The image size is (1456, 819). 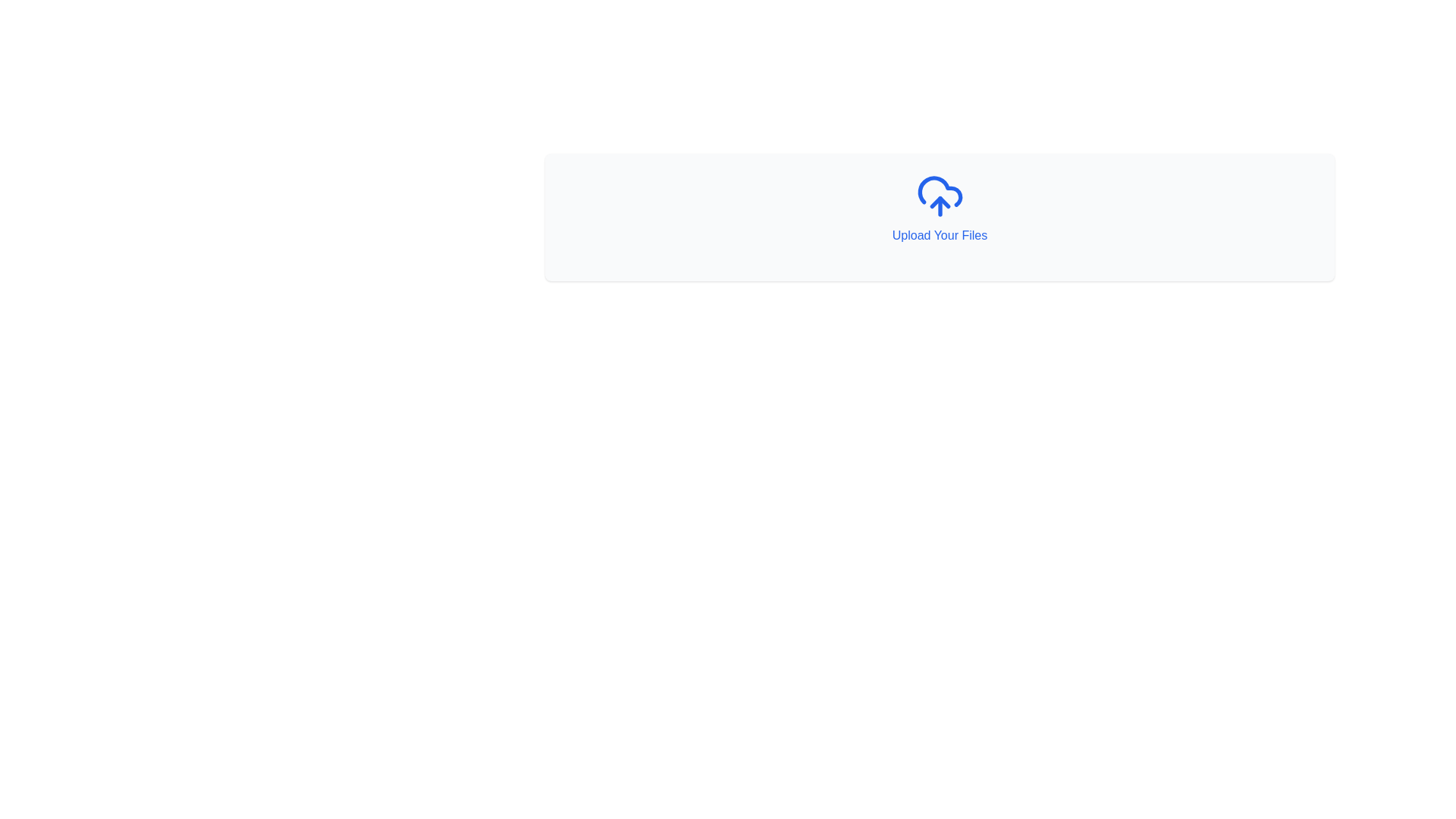 What do you see at coordinates (939, 195) in the screenshot?
I see `the blue cloud upload icon with an upward arrow, which is visually centered above the text 'Upload Your Files'` at bounding box center [939, 195].